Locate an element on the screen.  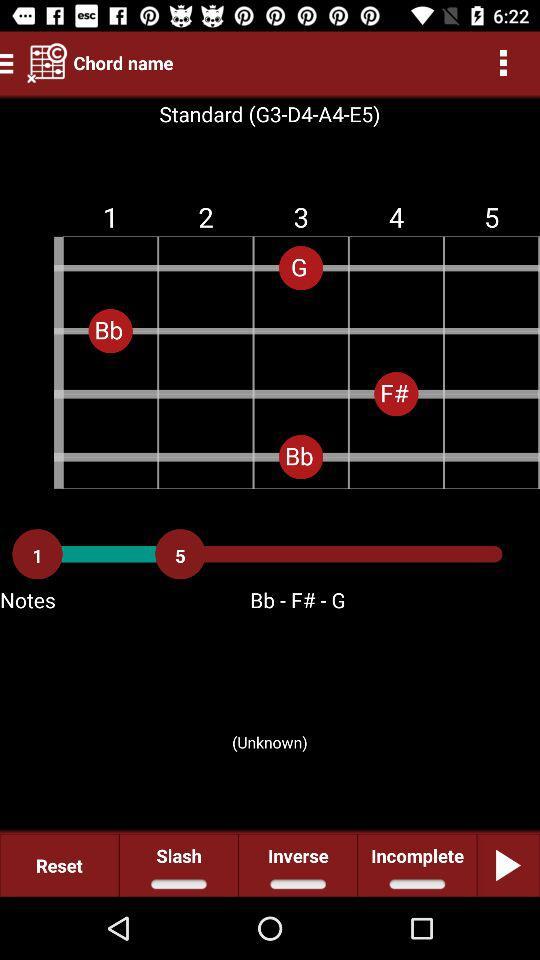
incomplete item is located at coordinates (416, 864).